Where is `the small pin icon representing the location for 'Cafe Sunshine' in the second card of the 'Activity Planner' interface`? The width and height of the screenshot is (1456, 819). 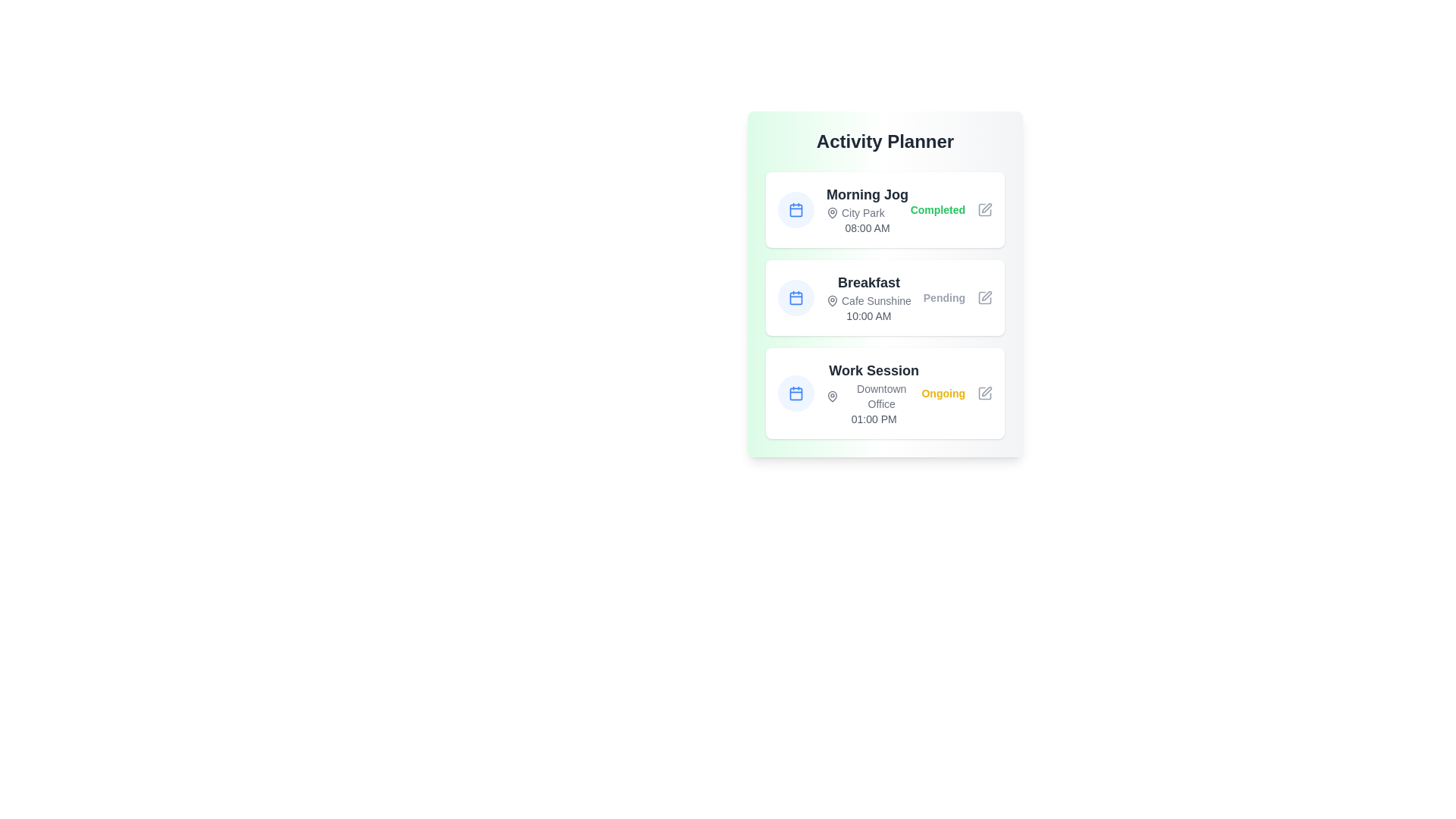 the small pin icon representing the location for 'Cafe Sunshine' in the second card of the 'Activity Planner' interface is located at coordinates (832, 301).